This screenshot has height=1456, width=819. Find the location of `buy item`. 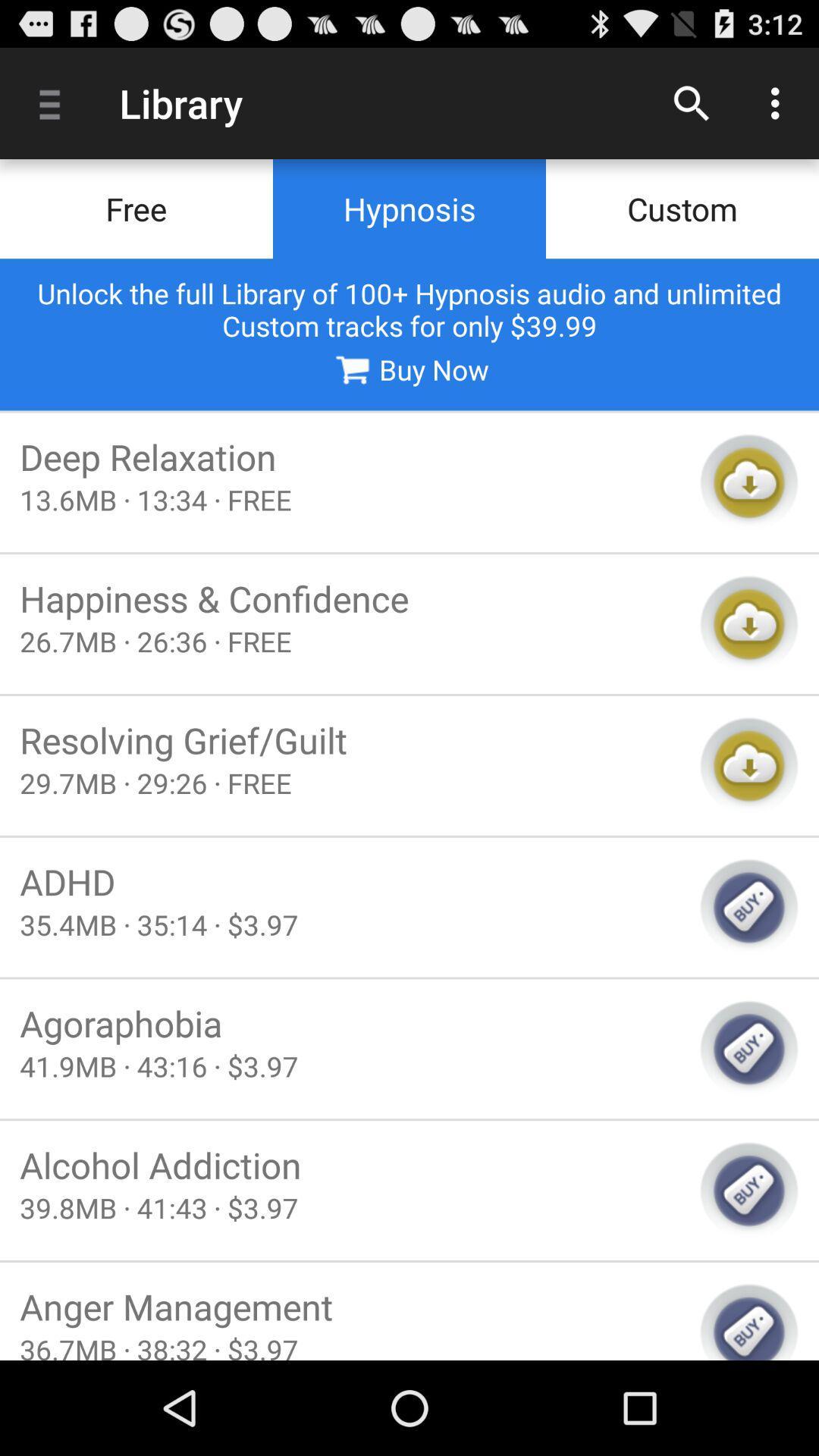

buy item is located at coordinates (748, 1320).